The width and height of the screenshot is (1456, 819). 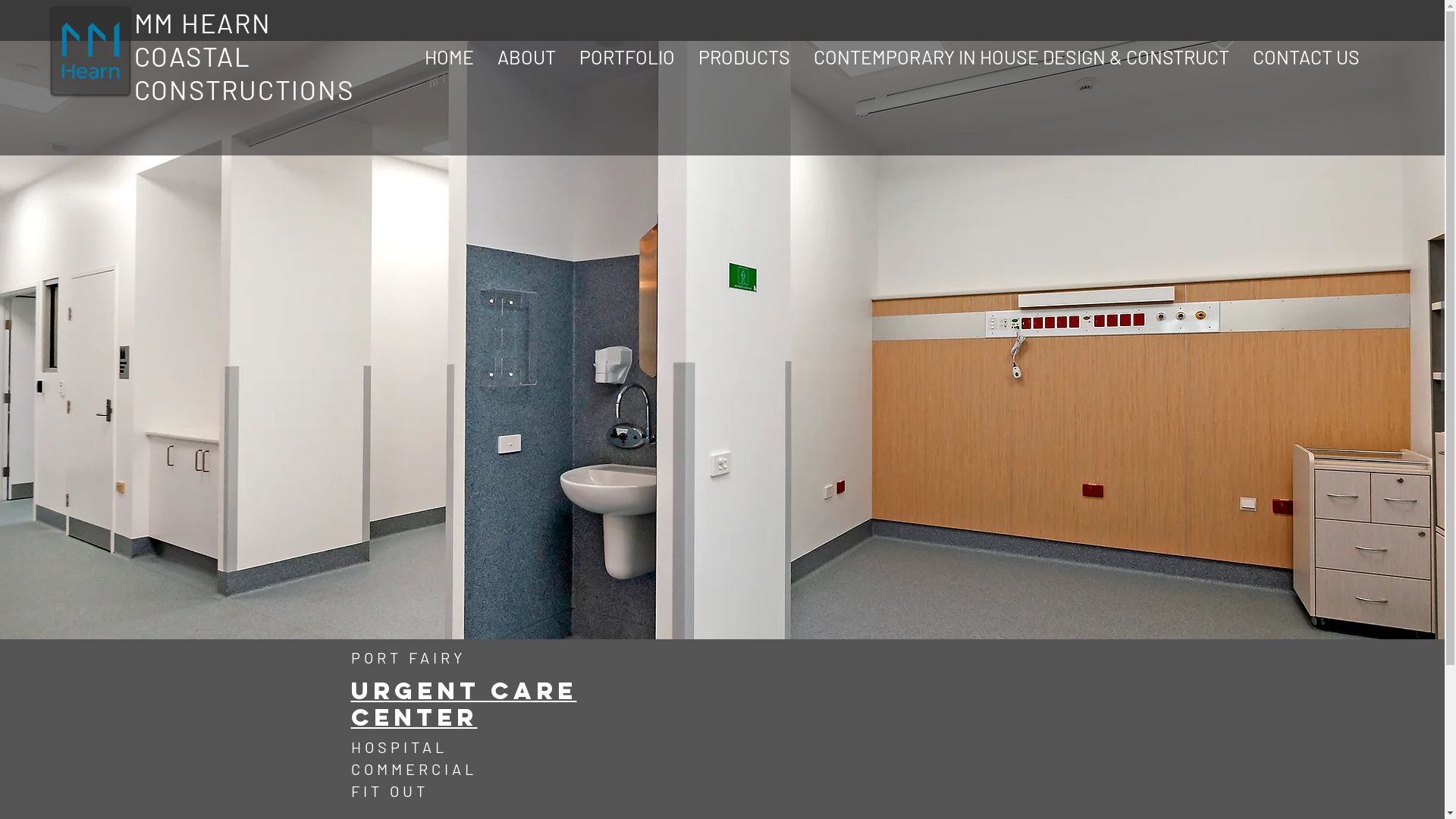 I want to click on 'PORTFOLIO', so click(x=626, y=55).